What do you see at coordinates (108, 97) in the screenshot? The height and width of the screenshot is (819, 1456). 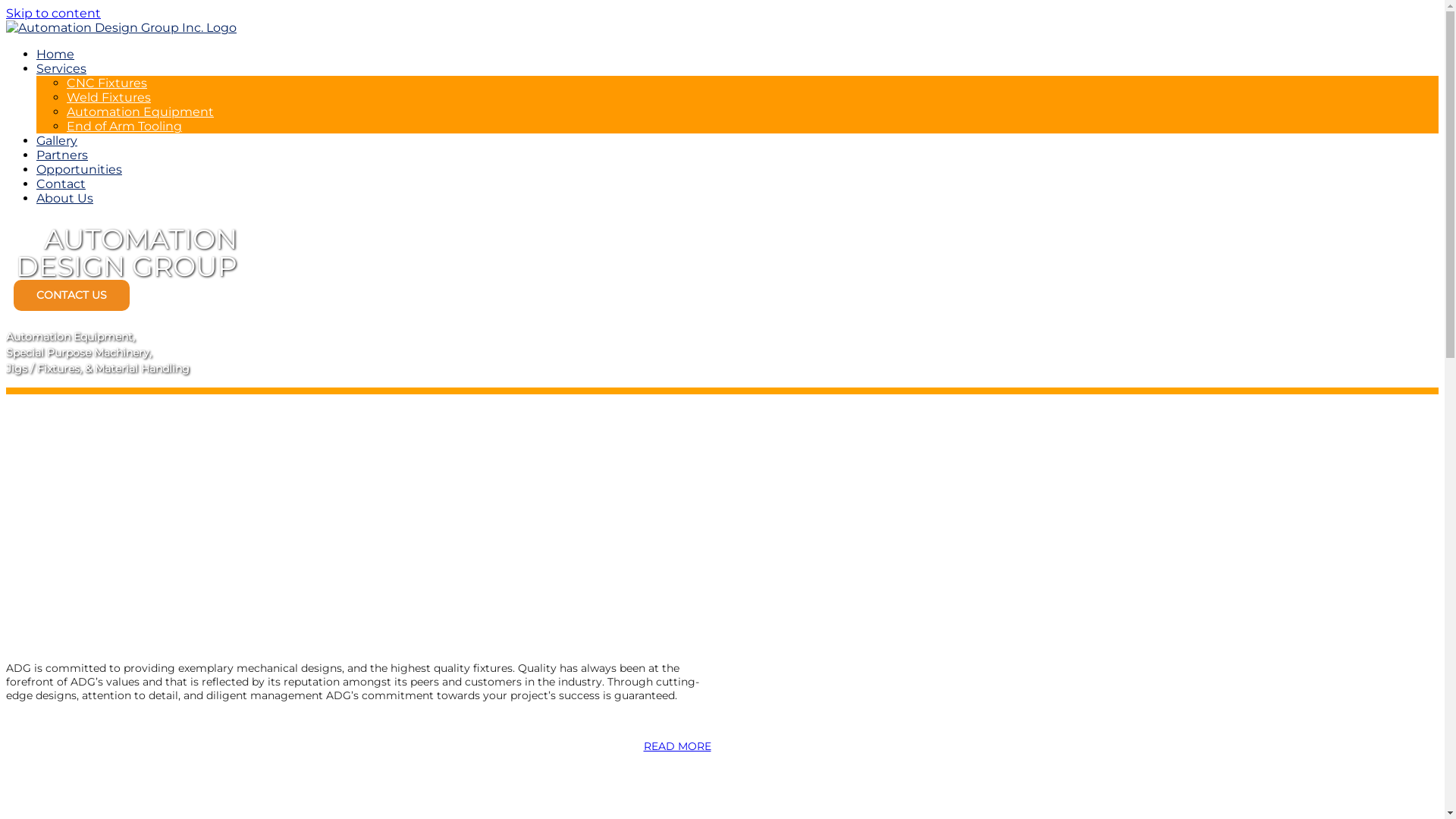 I see `'Weld Fixtures'` at bounding box center [108, 97].